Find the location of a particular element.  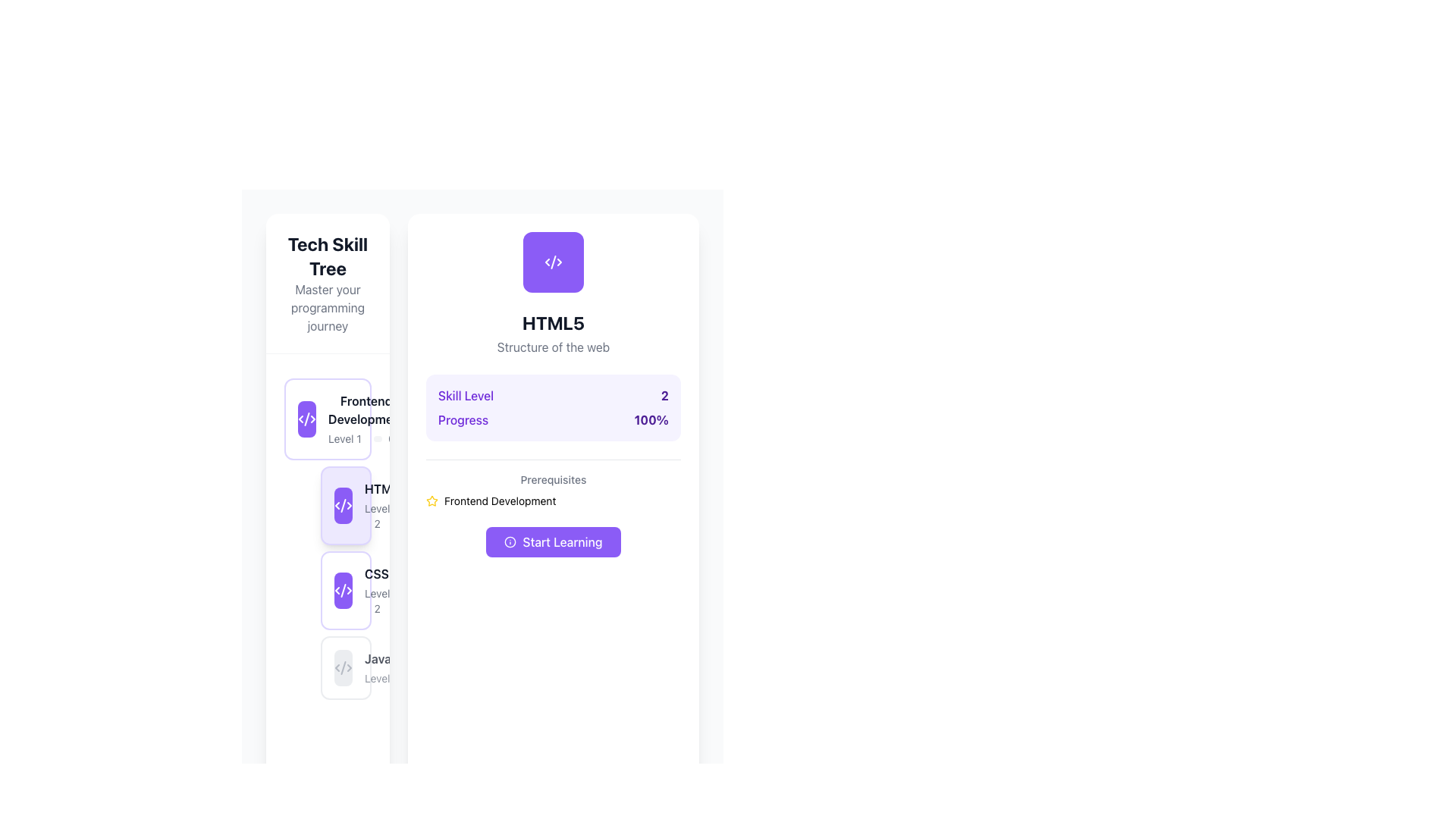

information from the 'Prerequisites' section, which includes the title and the line of text 'Frontend Development' accompanied by a small yellow star icon is located at coordinates (552, 484).